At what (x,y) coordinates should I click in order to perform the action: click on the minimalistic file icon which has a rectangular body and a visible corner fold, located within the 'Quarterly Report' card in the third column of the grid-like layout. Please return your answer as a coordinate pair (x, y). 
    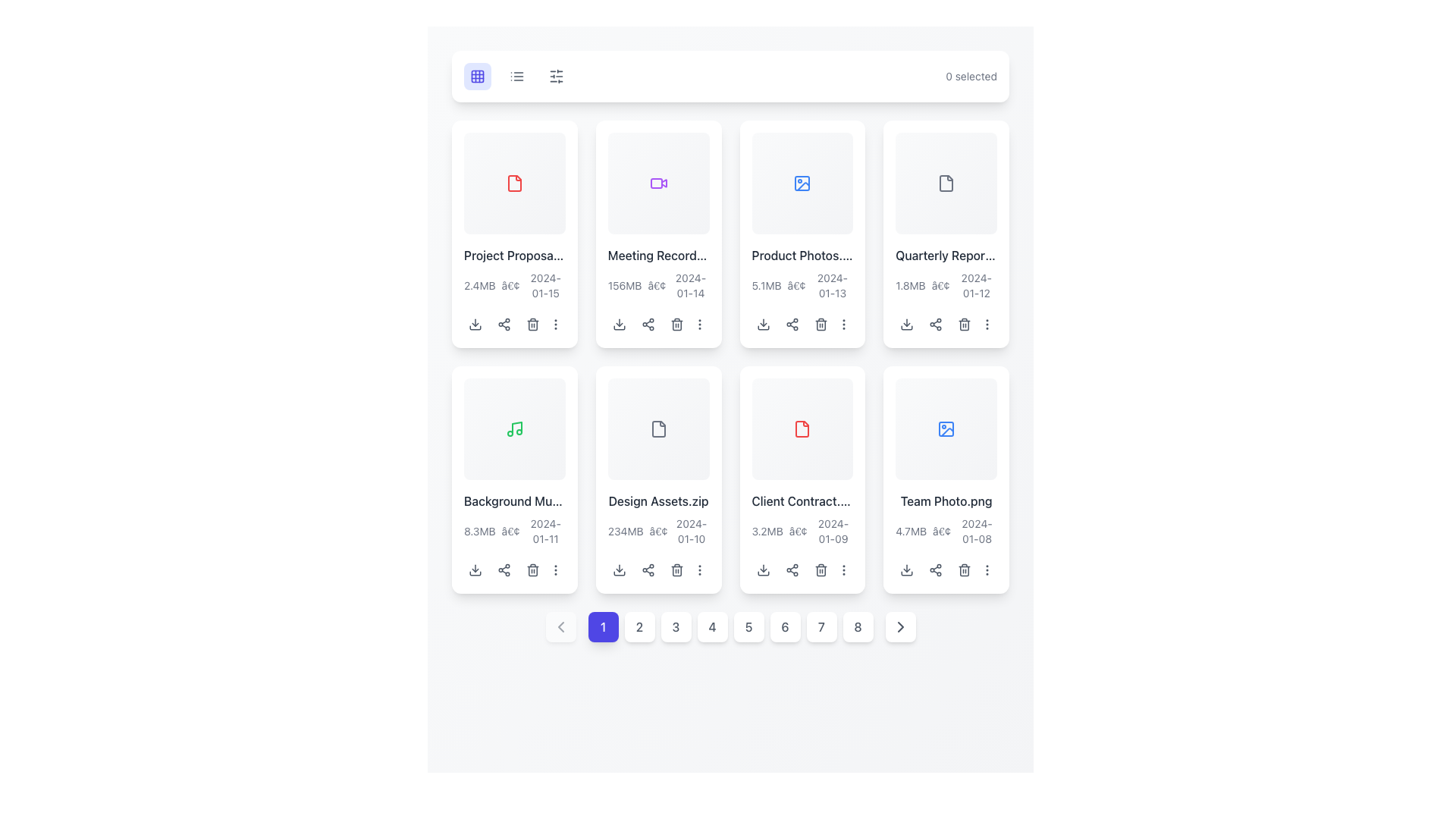
    Looking at the image, I should click on (946, 182).